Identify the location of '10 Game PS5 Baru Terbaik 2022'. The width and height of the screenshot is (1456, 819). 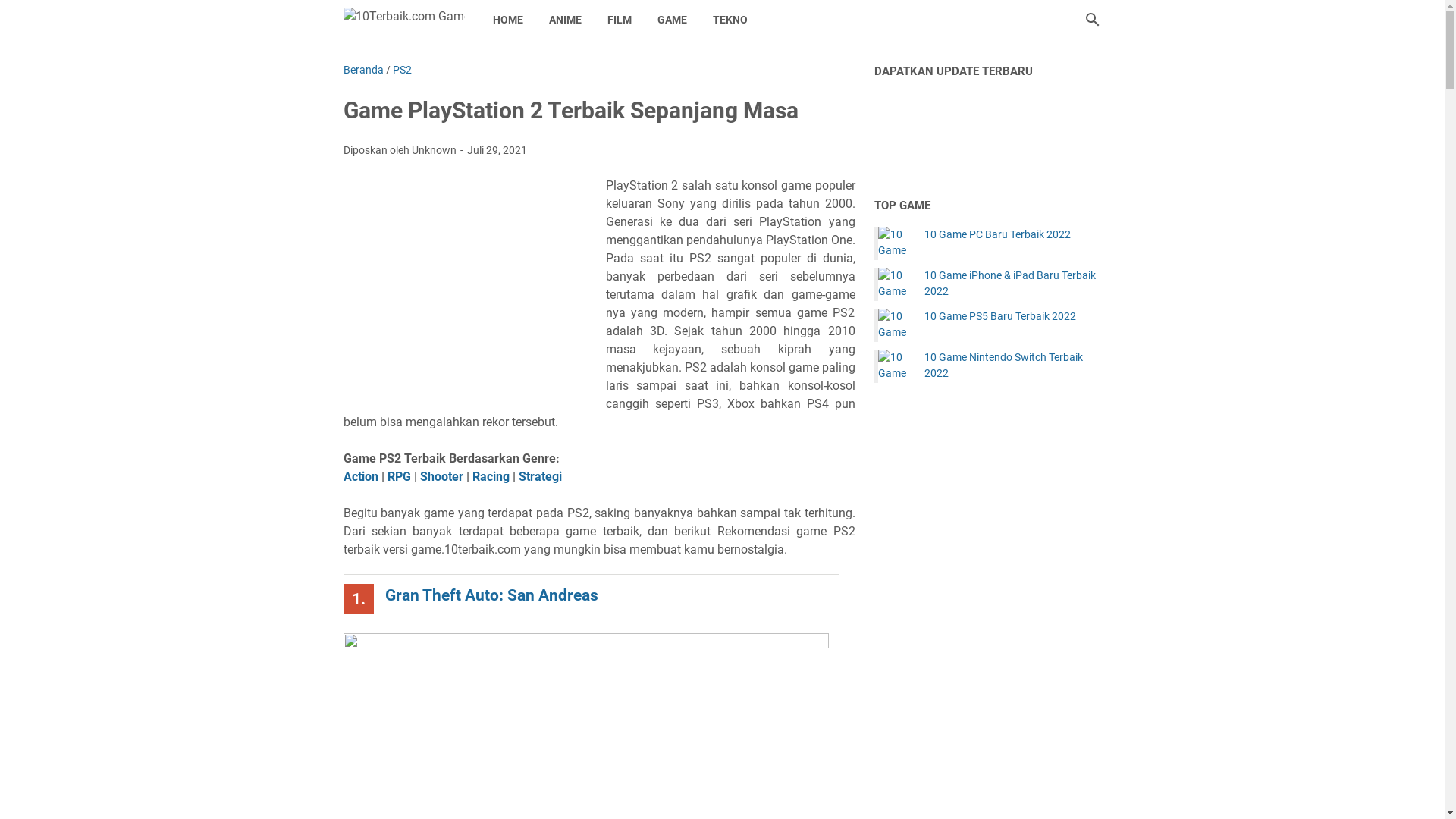
(999, 315).